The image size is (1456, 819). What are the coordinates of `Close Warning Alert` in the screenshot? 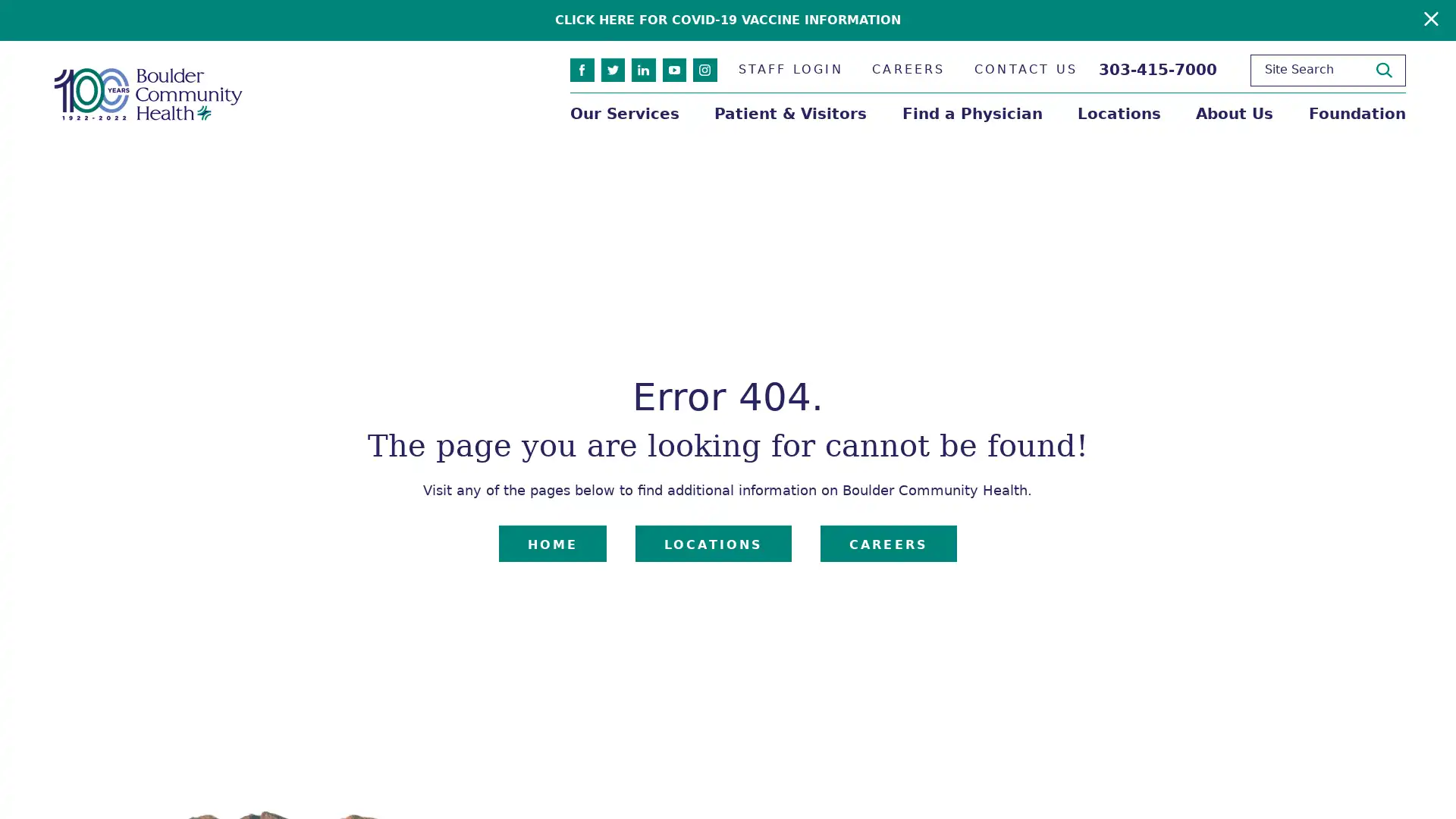 It's located at (1429, 20).